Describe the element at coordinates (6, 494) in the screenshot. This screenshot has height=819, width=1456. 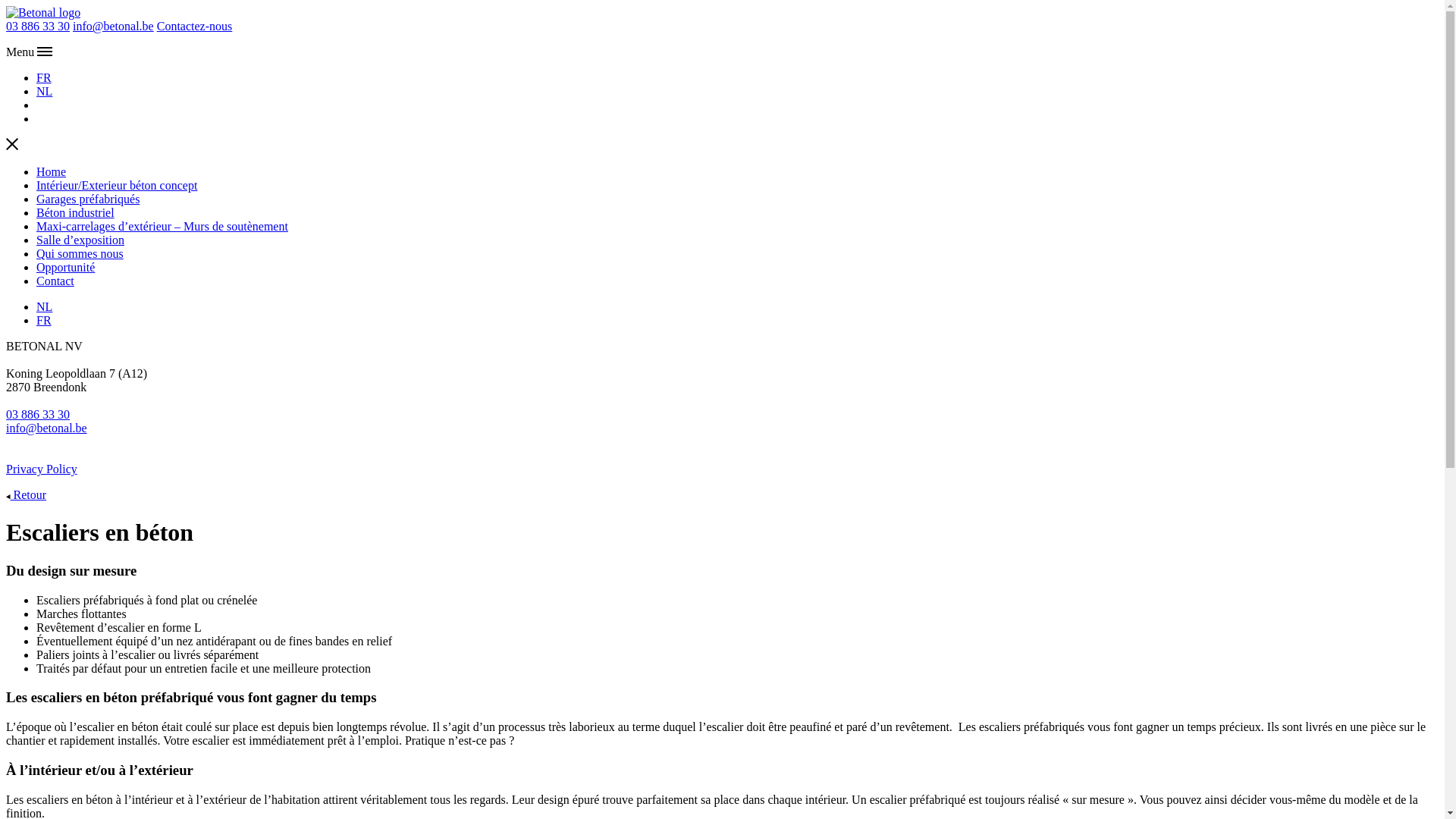
I see `'Retour'` at that location.